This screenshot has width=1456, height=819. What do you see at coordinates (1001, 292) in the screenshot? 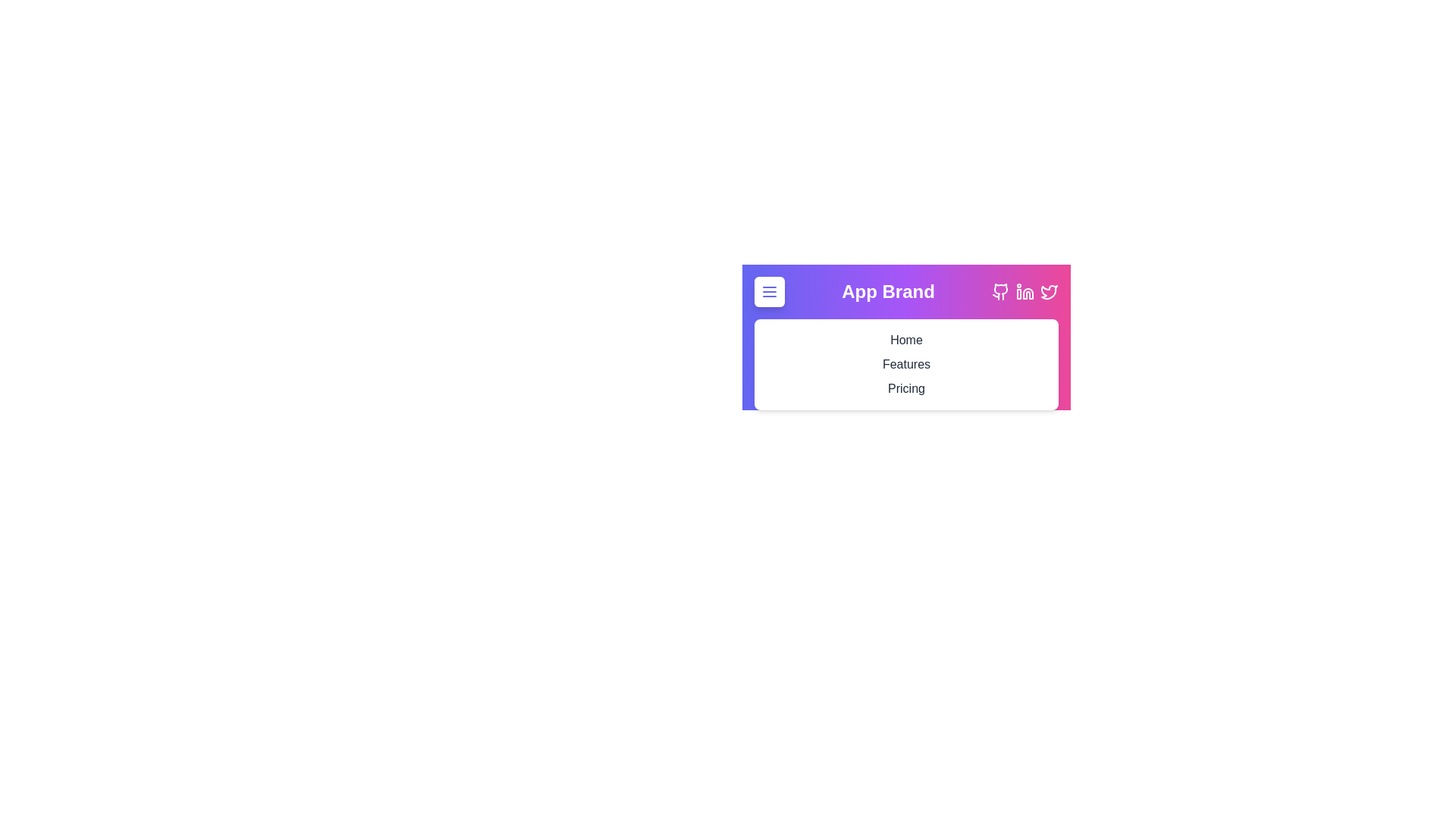
I see `the social media button for GitHub` at bounding box center [1001, 292].